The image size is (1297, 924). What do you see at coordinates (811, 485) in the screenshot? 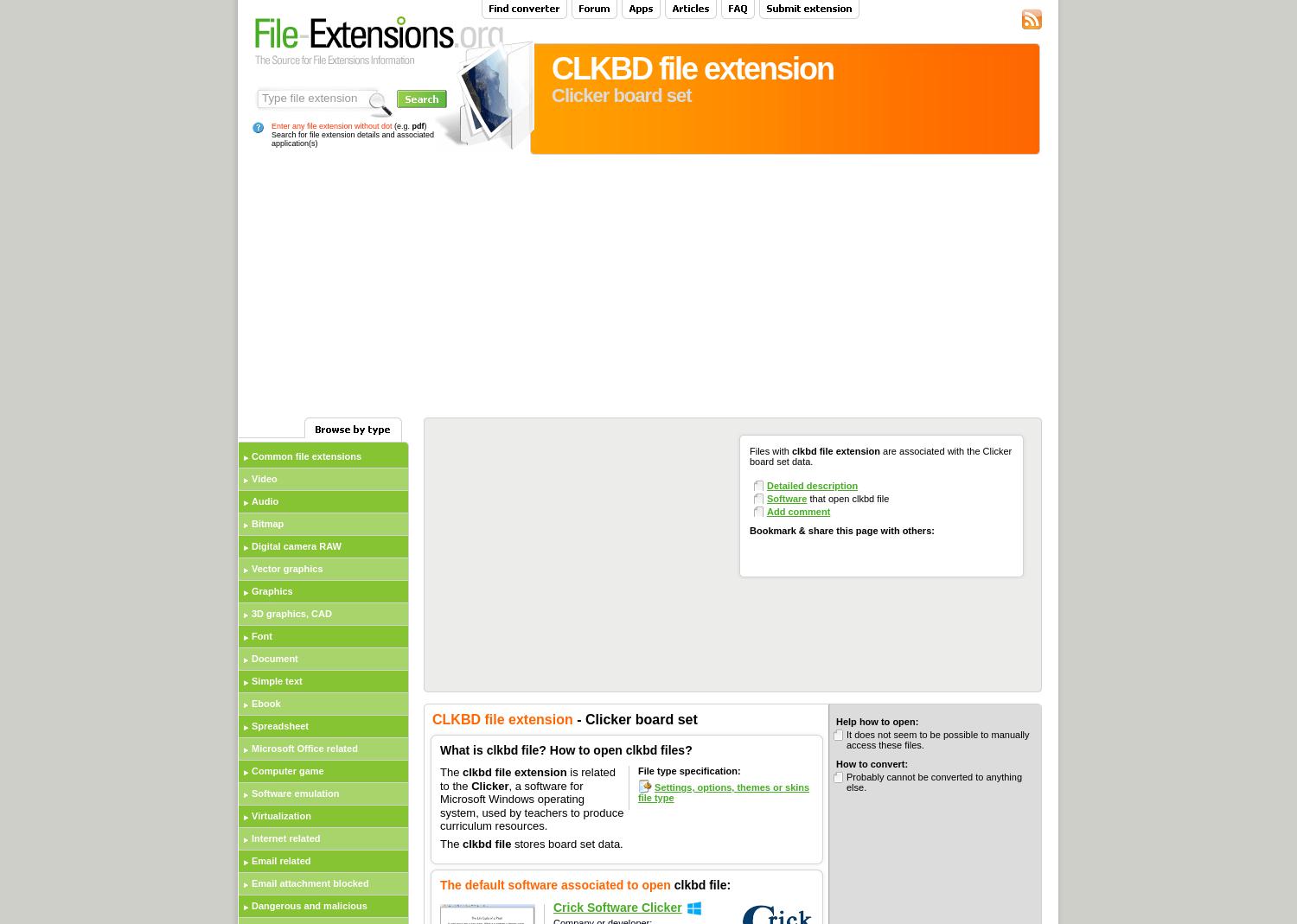
I see `'Detailed description'` at bounding box center [811, 485].